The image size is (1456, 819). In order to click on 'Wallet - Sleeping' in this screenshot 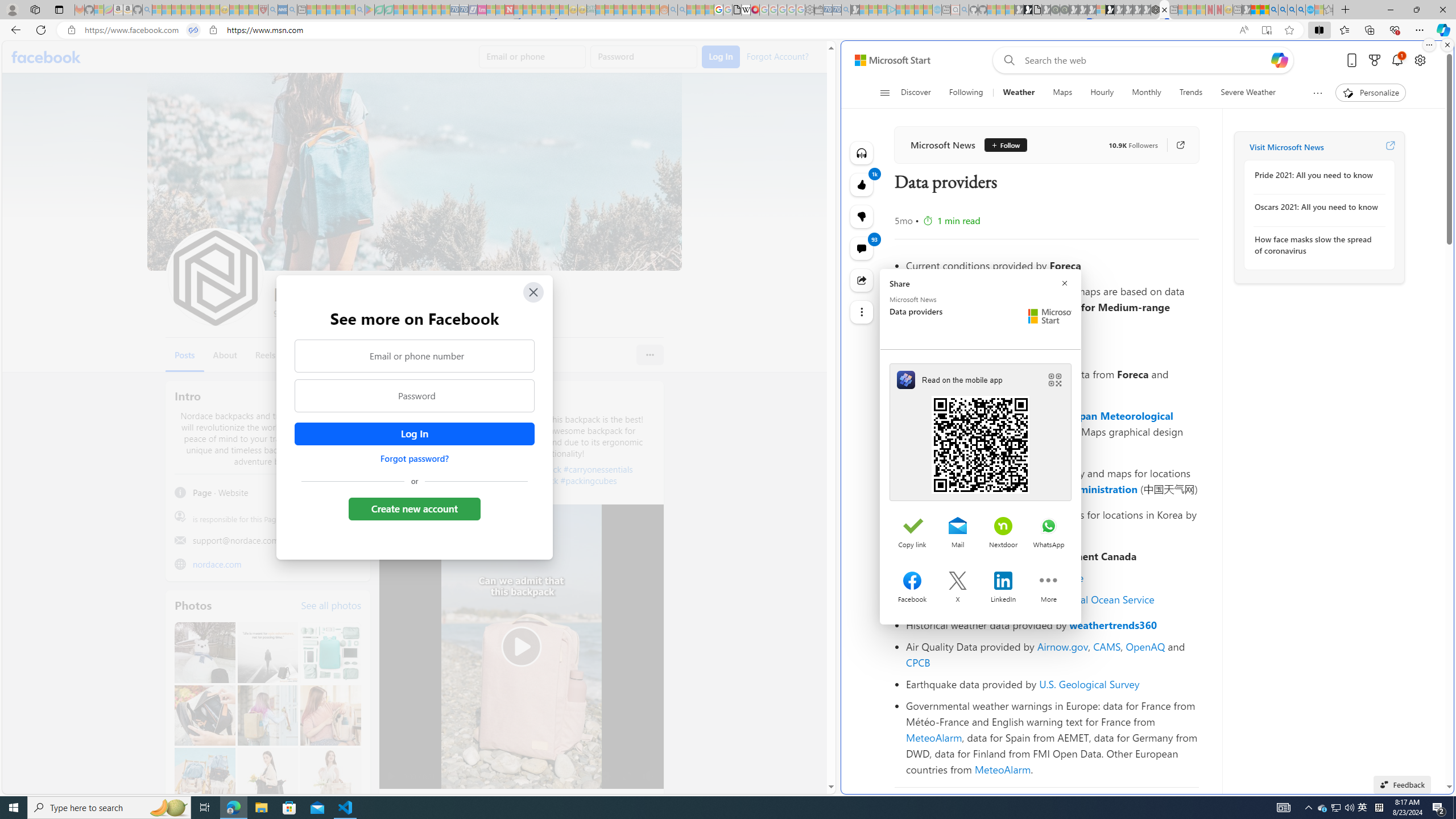, I will do `click(818, 9)`.